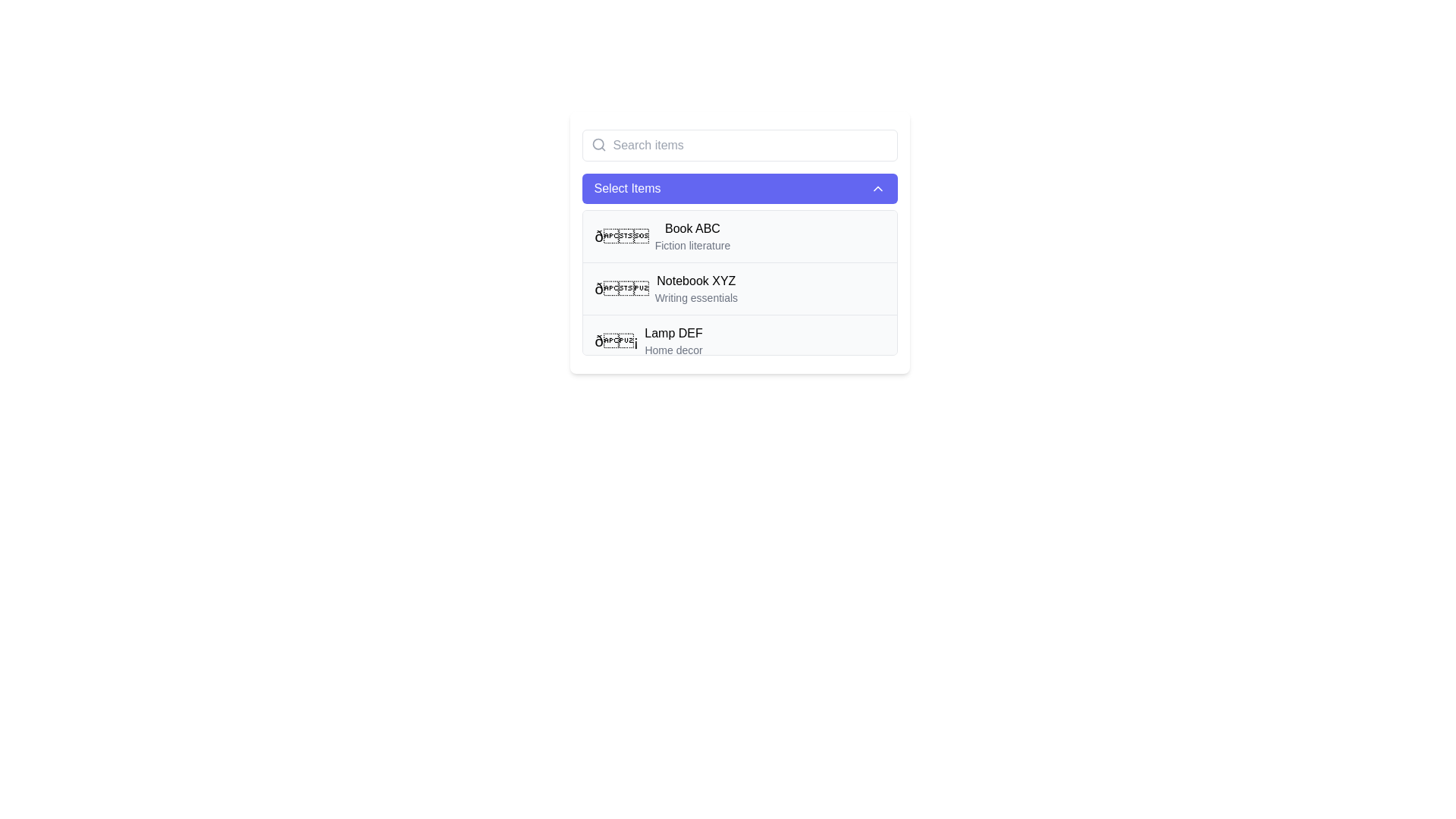  What do you see at coordinates (739, 340) in the screenshot?
I see `the third selectable list item labeled 'Lamp DEF'` at bounding box center [739, 340].